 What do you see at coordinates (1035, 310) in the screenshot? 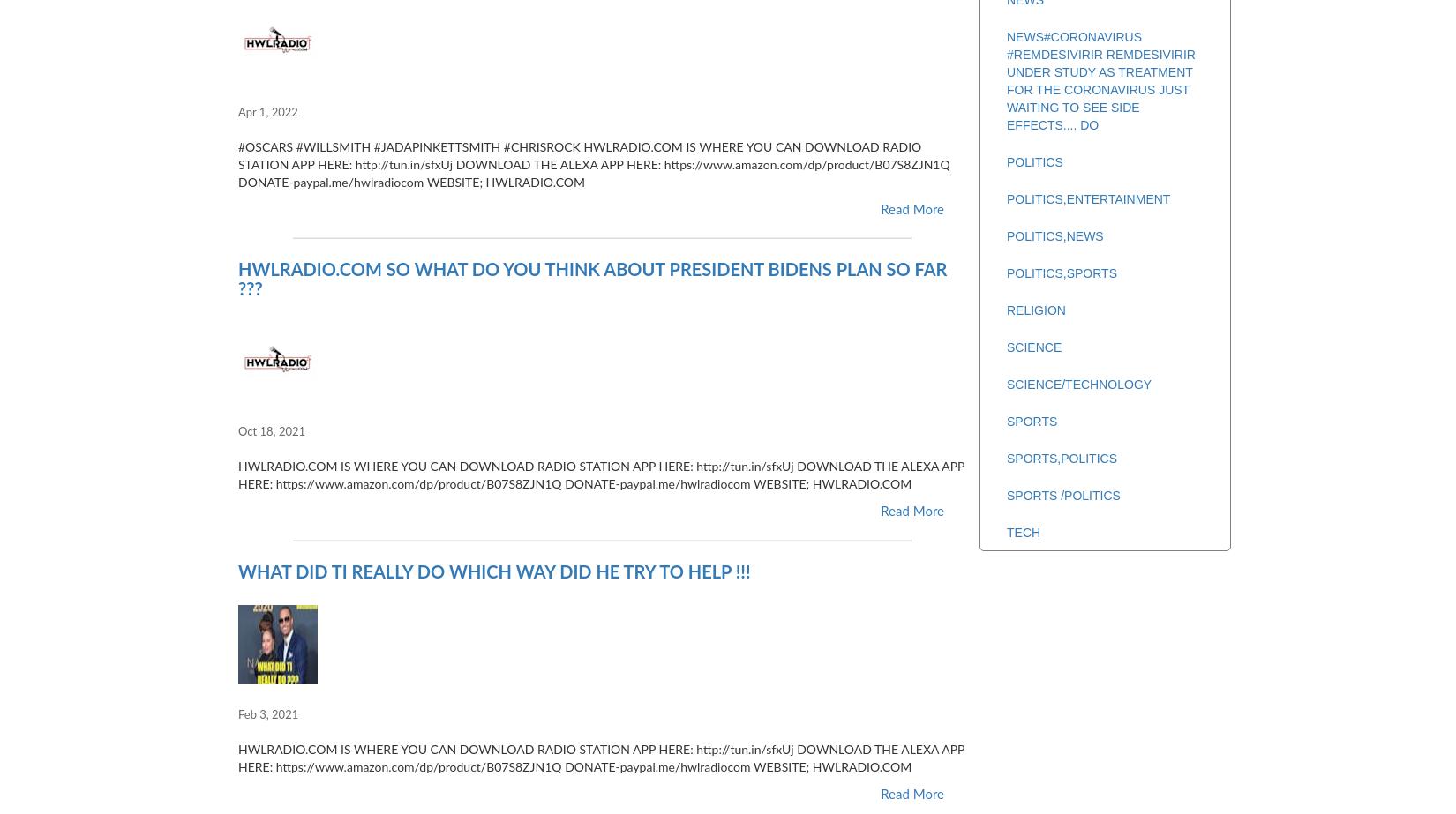
I see `'RELIGION'` at bounding box center [1035, 310].